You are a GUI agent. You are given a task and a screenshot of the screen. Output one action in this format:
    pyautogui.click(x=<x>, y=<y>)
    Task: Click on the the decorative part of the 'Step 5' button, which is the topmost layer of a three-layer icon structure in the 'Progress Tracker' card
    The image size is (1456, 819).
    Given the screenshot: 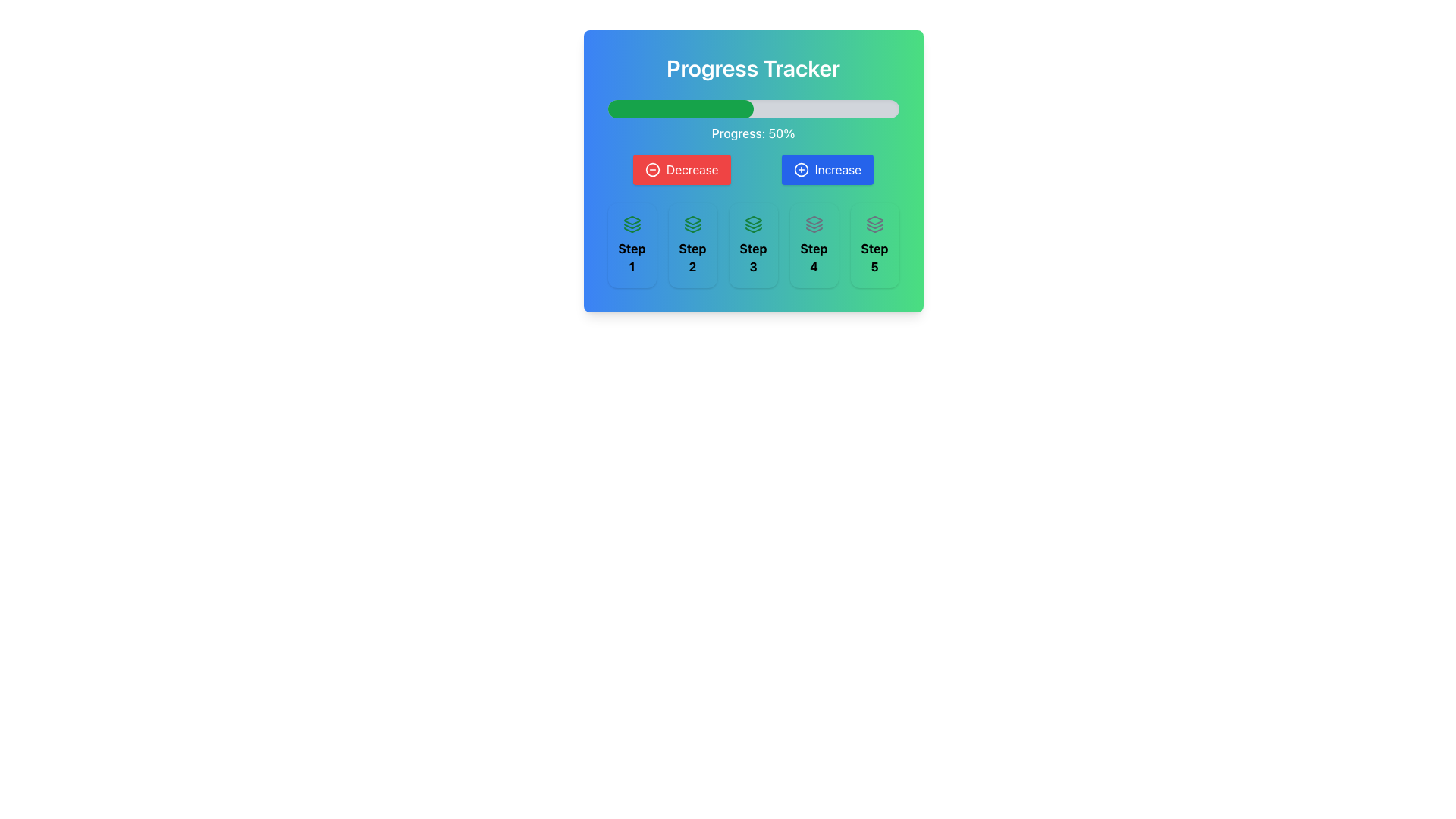 What is the action you would take?
    pyautogui.click(x=874, y=220)
    